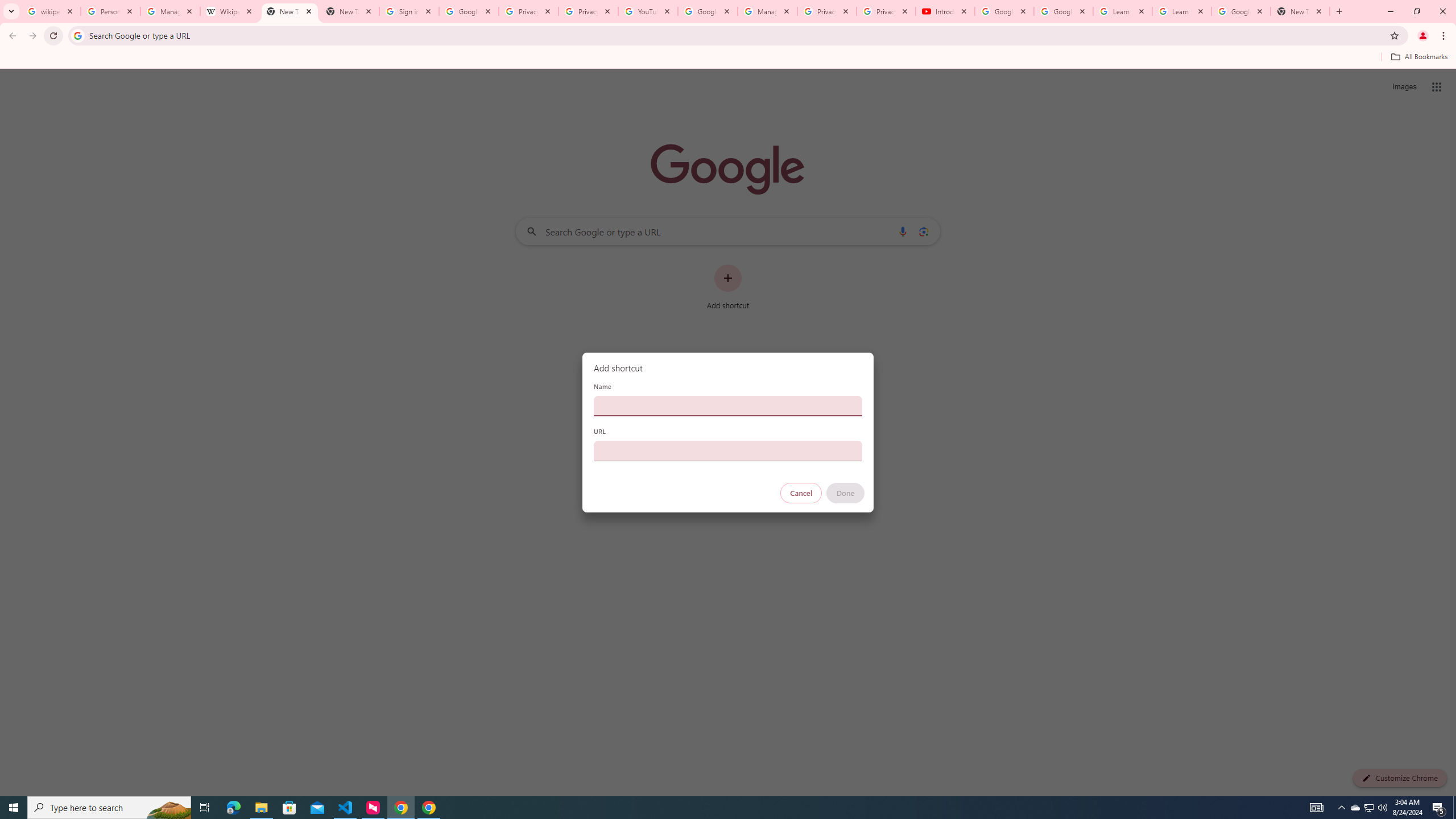 The height and width of the screenshot is (819, 1456). What do you see at coordinates (468, 11) in the screenshot?
I see `'Google Drive: Sign-in'` at bounding box center [468, 11].